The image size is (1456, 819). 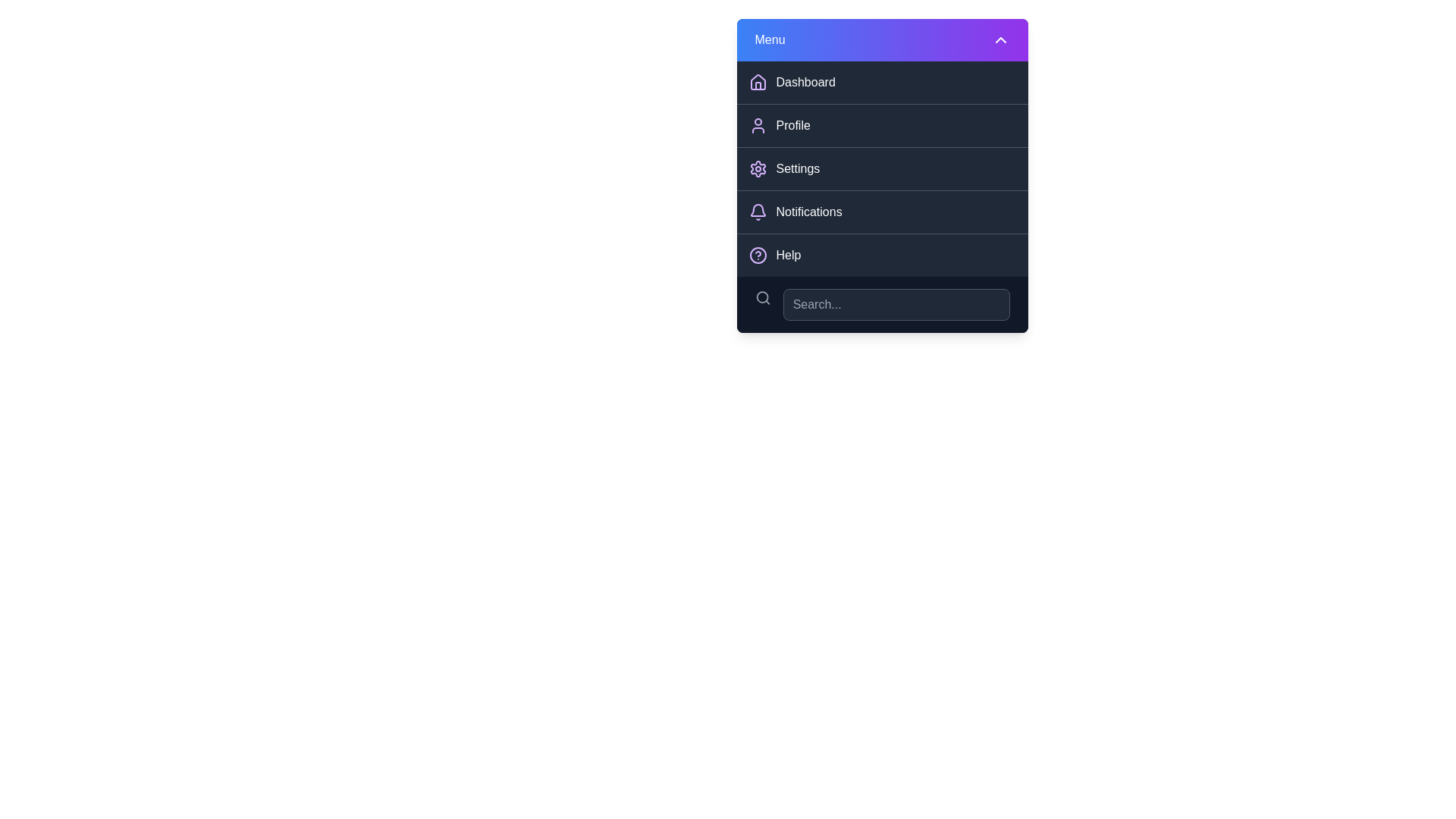 I want to click on the house-shaped icon representing the 'Dashboard' section of the menu, so click(x=758, y=82).